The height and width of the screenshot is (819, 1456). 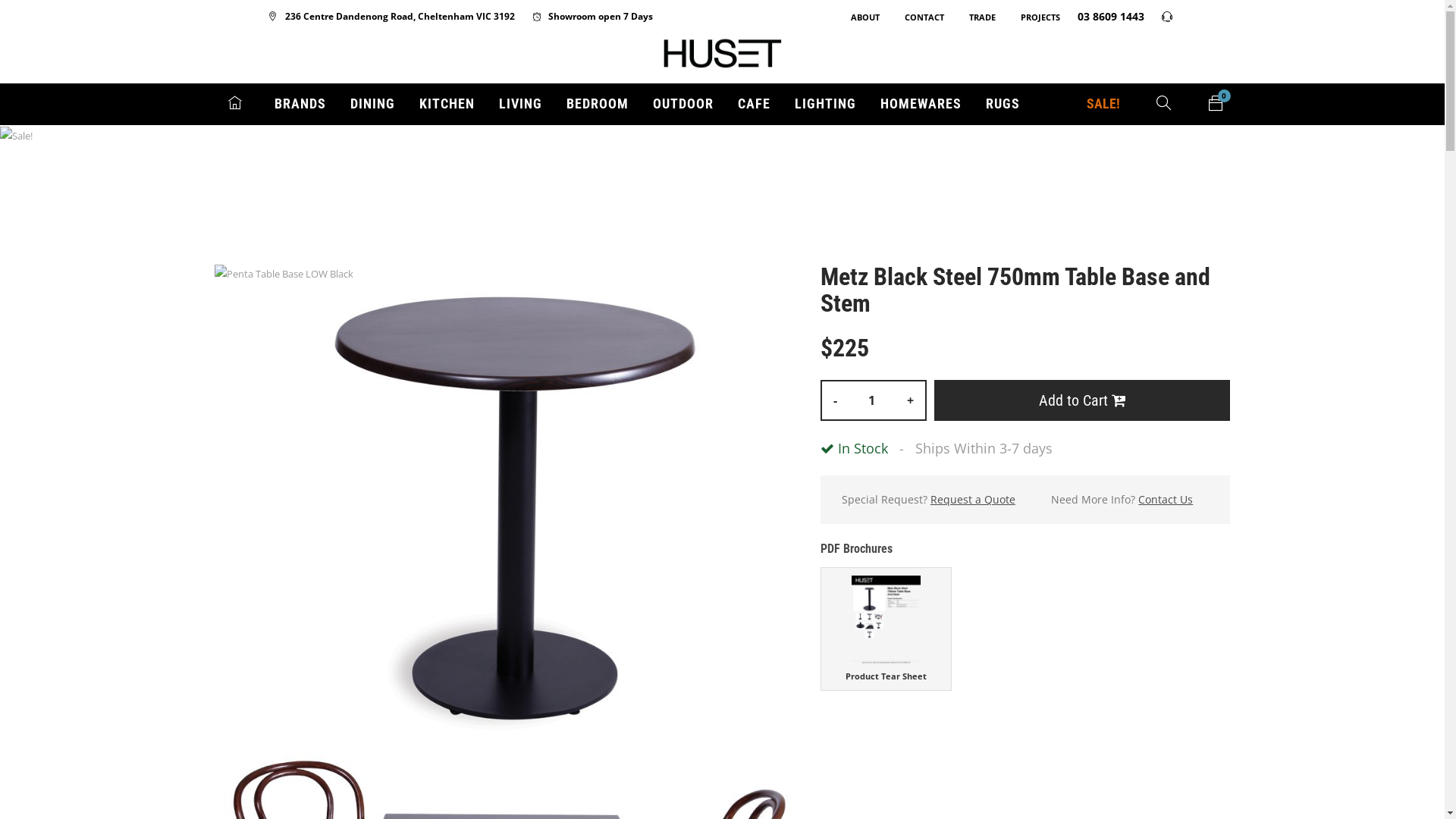 I want to click on '+', so click(x=910, y=400).